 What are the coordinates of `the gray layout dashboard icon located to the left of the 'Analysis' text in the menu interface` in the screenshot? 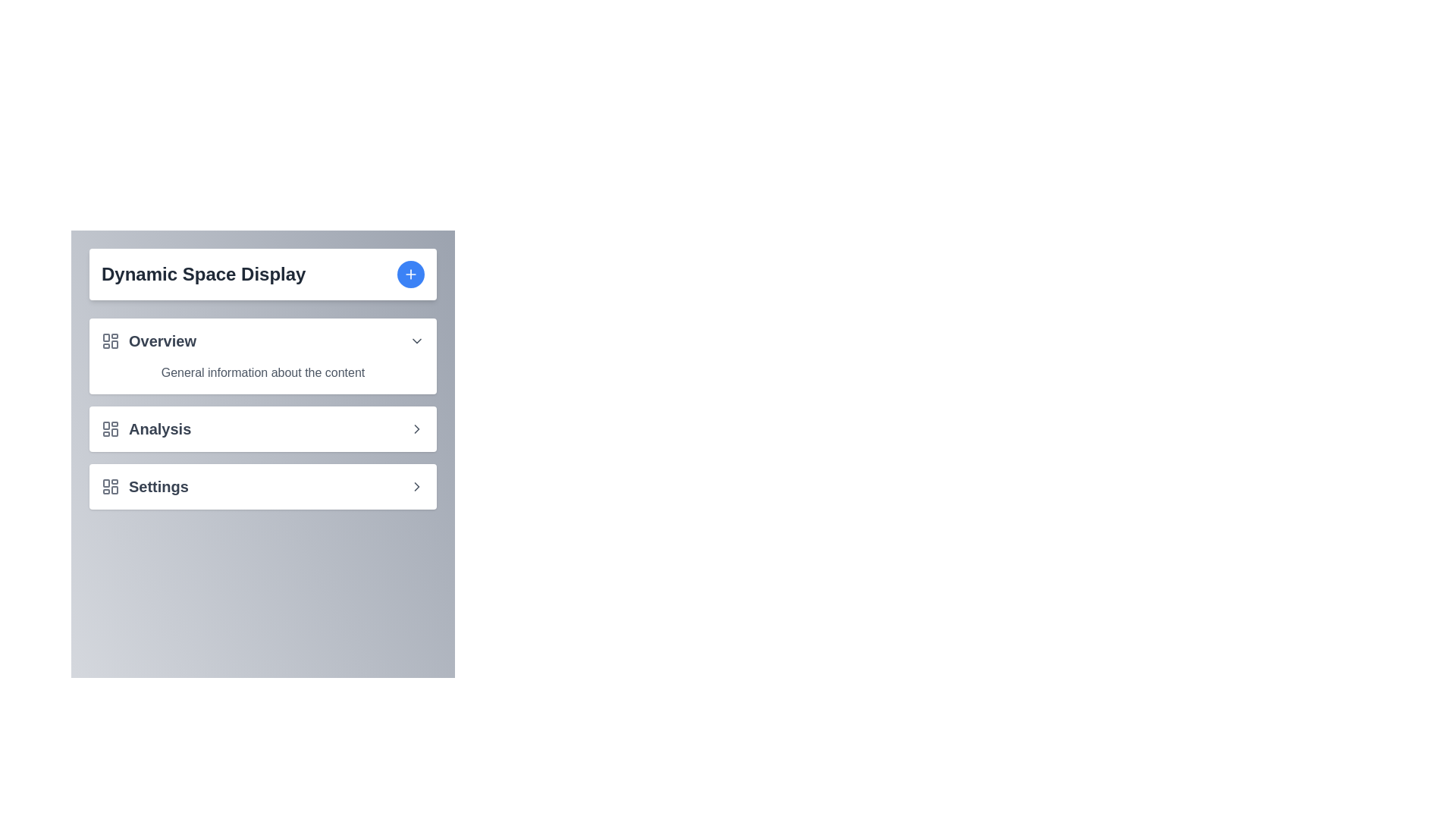 It's located at (109, 429).